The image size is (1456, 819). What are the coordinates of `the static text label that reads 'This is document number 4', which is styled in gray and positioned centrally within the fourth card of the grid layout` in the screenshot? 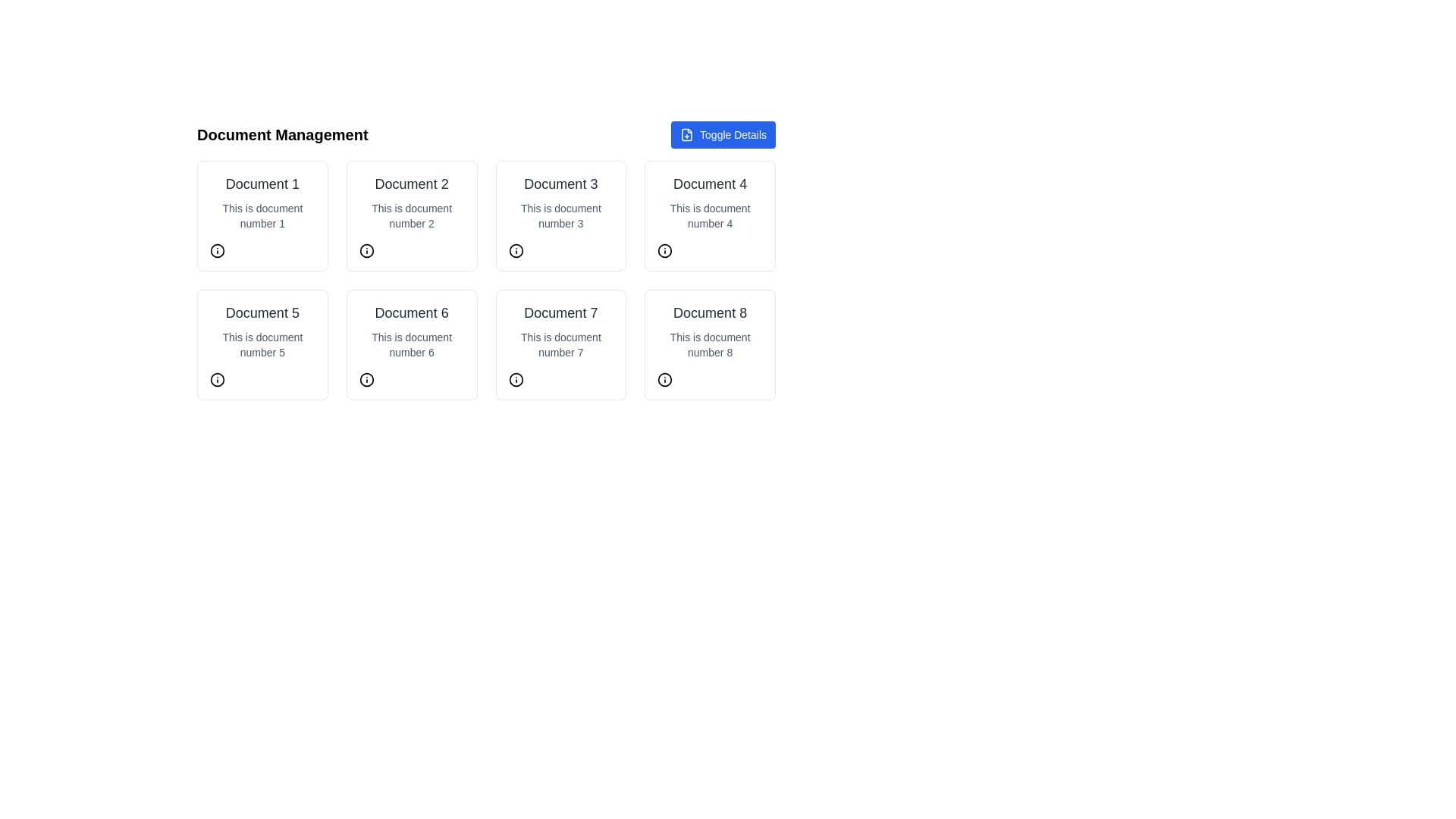 It's located at (709, 216).